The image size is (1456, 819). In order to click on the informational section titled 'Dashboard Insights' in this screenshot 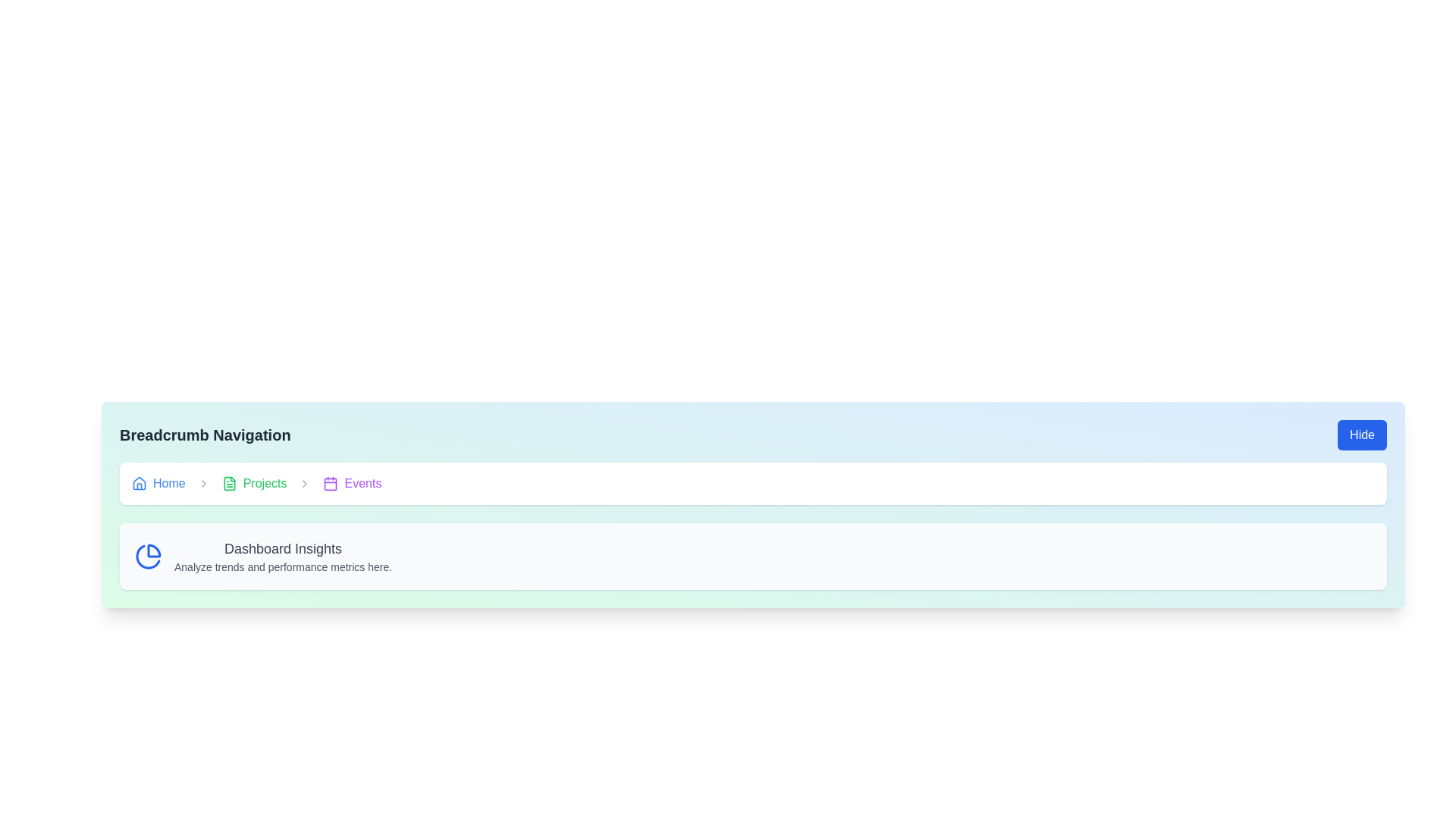, I will do `click(753, 556)`.